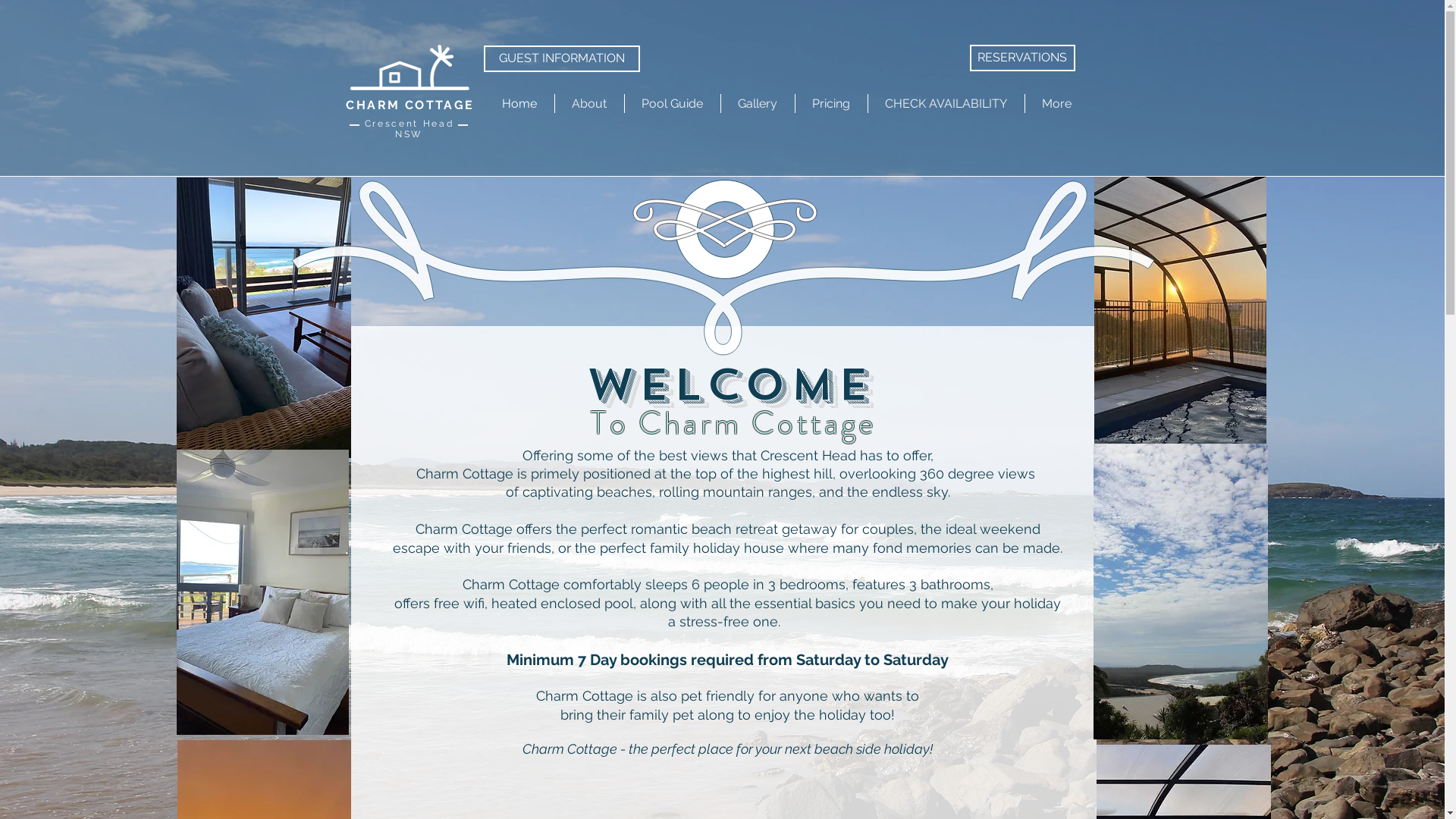 This screenshot has width=1456, height=819. Describe the element at coordinates (830, 102) in the screenshot. I see `'Pricing'` at that location.